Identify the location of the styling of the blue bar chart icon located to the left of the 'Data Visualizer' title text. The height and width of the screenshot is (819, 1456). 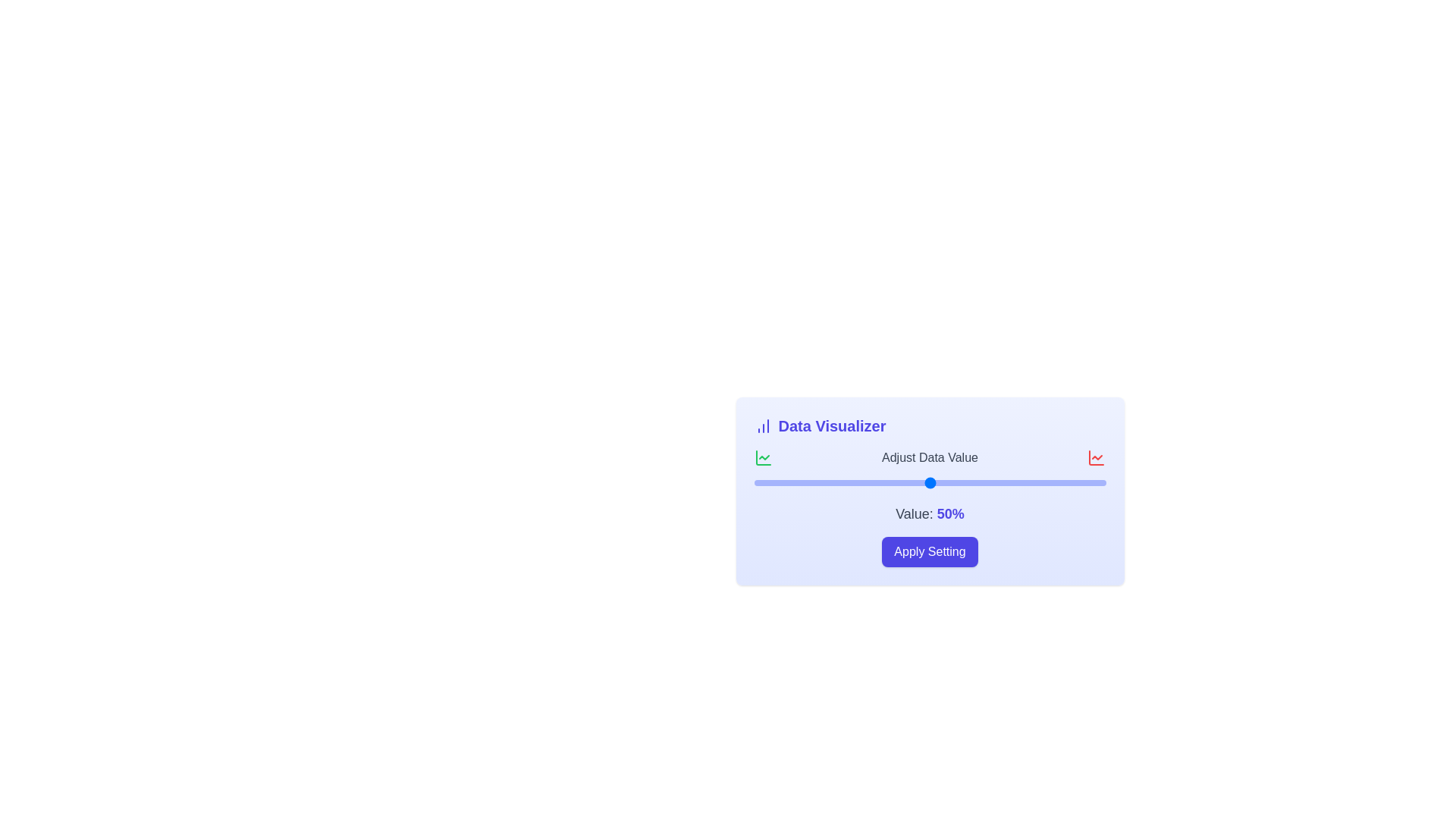
(763, 426).